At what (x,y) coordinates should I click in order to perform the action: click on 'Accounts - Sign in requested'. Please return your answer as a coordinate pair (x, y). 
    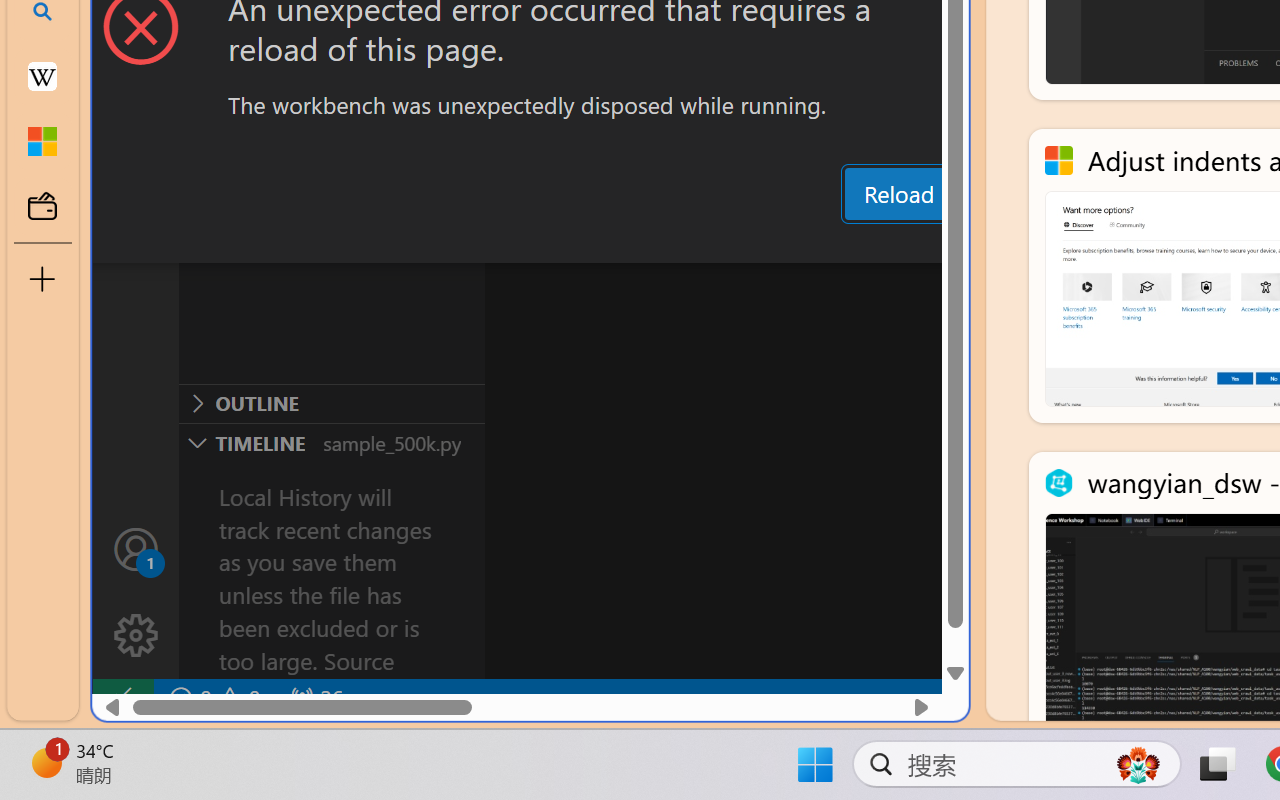
    Looking at the image, I should click on (134, 548).